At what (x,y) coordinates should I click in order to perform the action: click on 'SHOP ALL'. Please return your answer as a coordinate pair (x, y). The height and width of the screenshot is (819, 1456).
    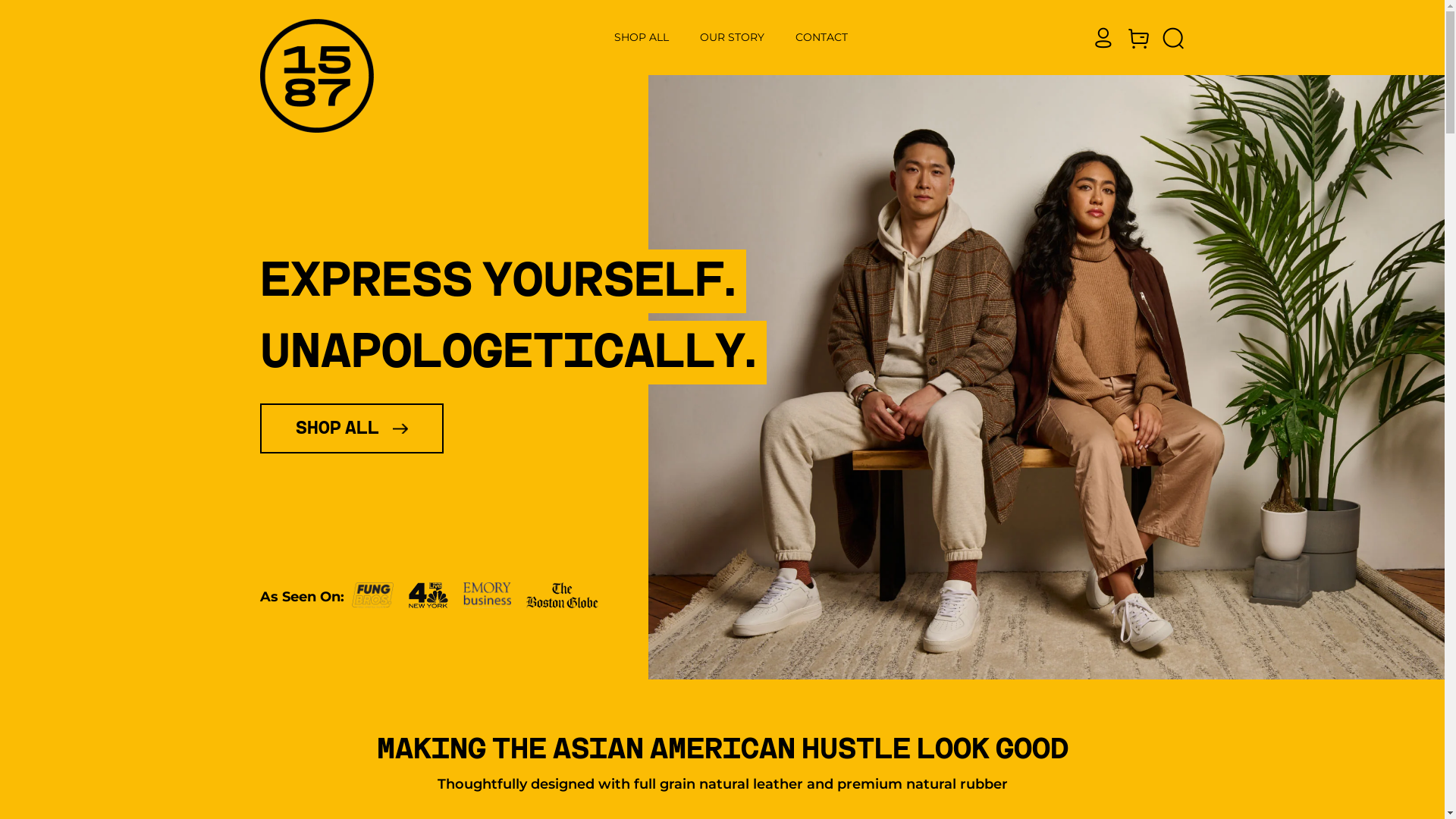
    Looking at the image, I should click on (642, 36).